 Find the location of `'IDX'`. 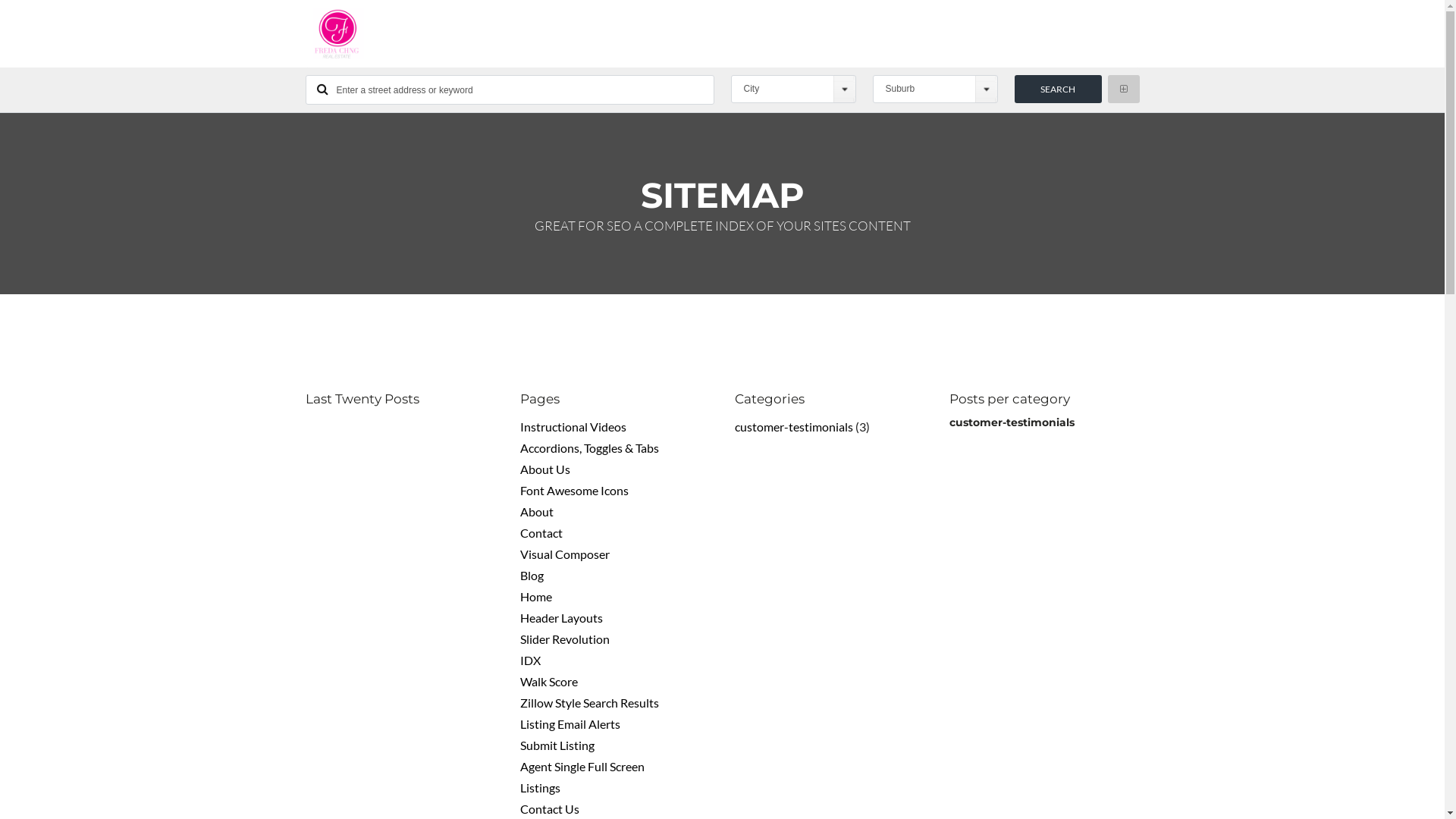

'IDX' is located at coordinates (520, 659).